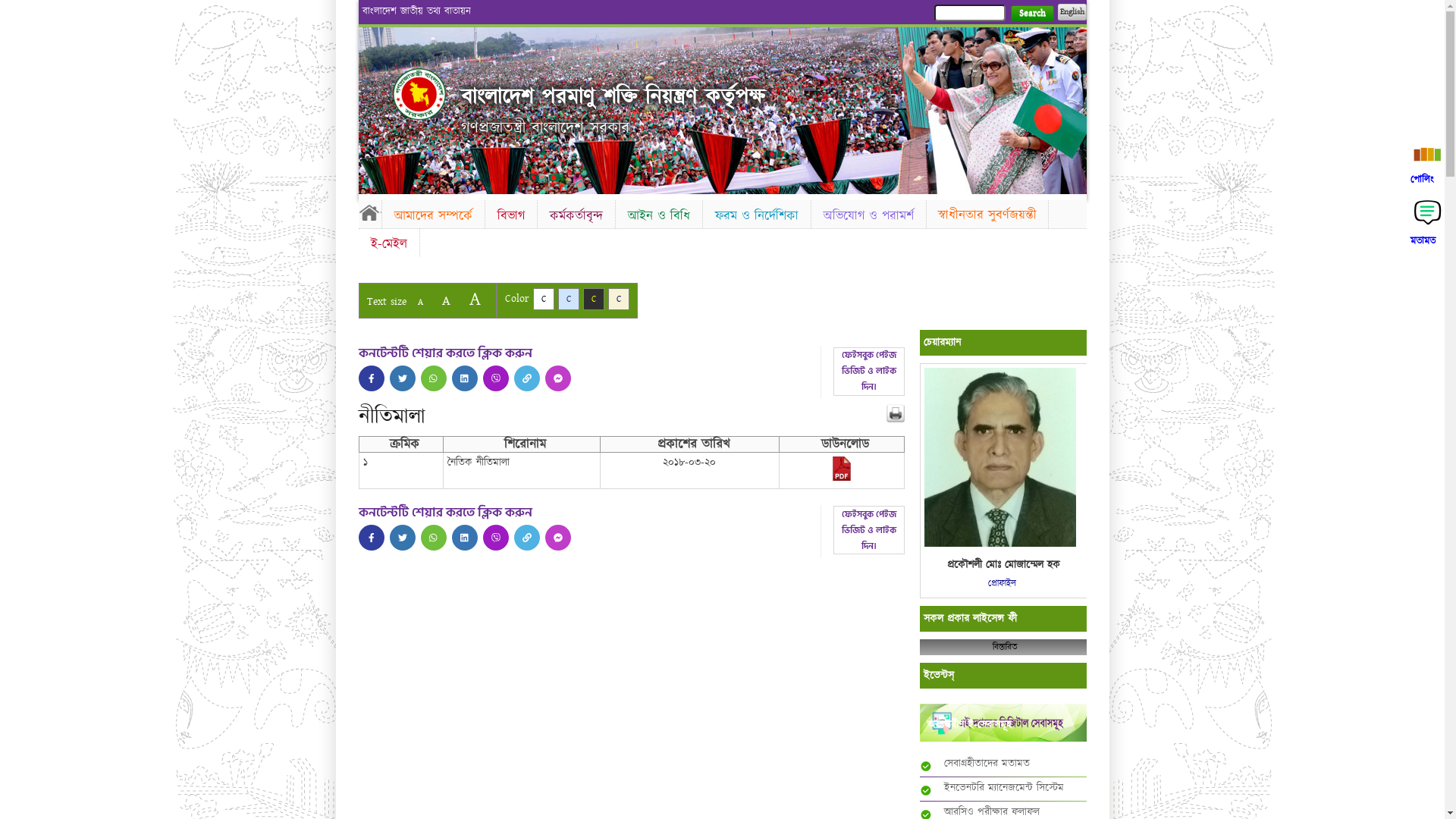  I want to click on 'C', so click(567, 299).